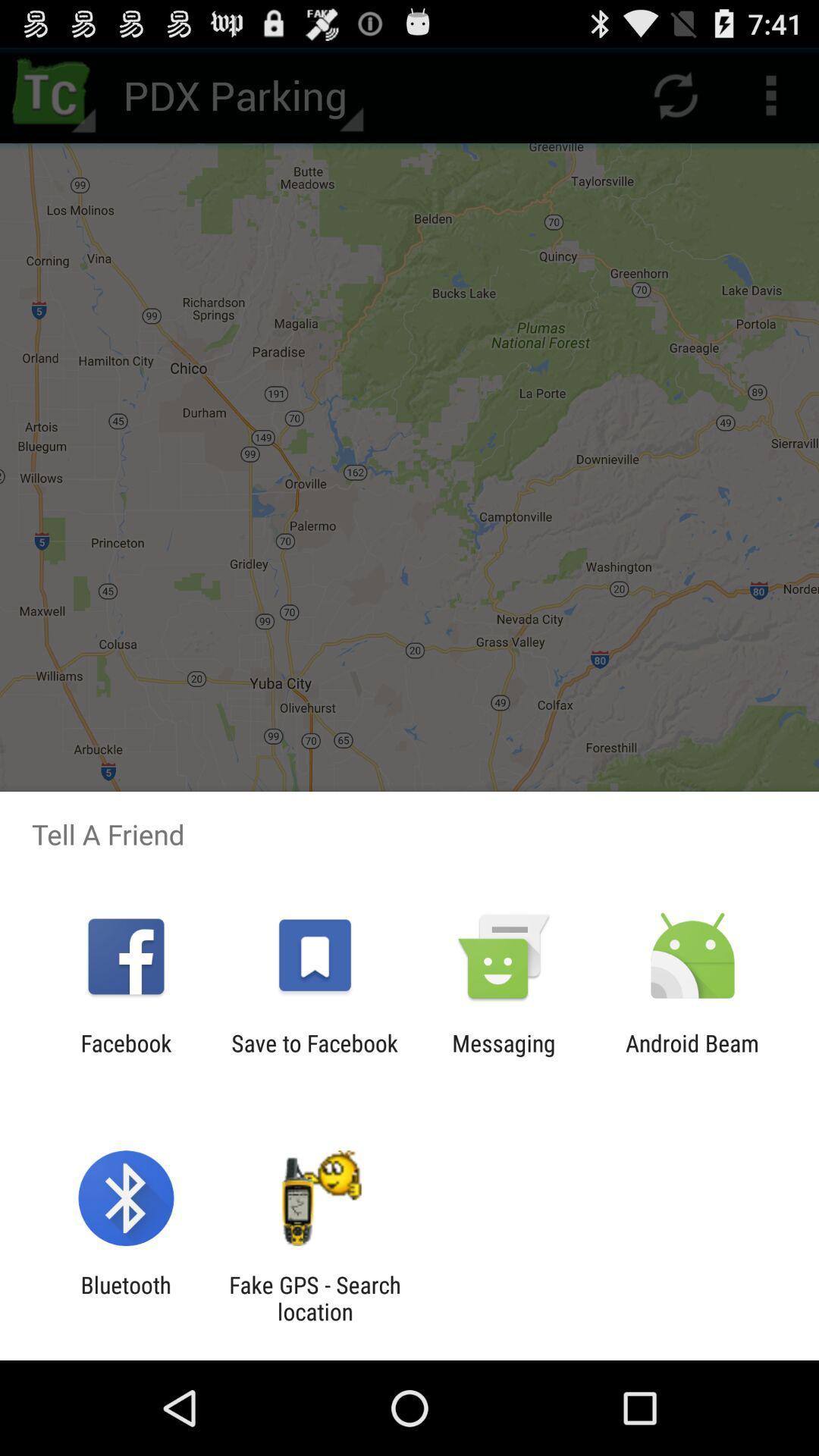  What do you see at coordinates (692, 1056) in the screenshot?
I see `the icon at the bottom right corner` at bounding box center [692, 1056].